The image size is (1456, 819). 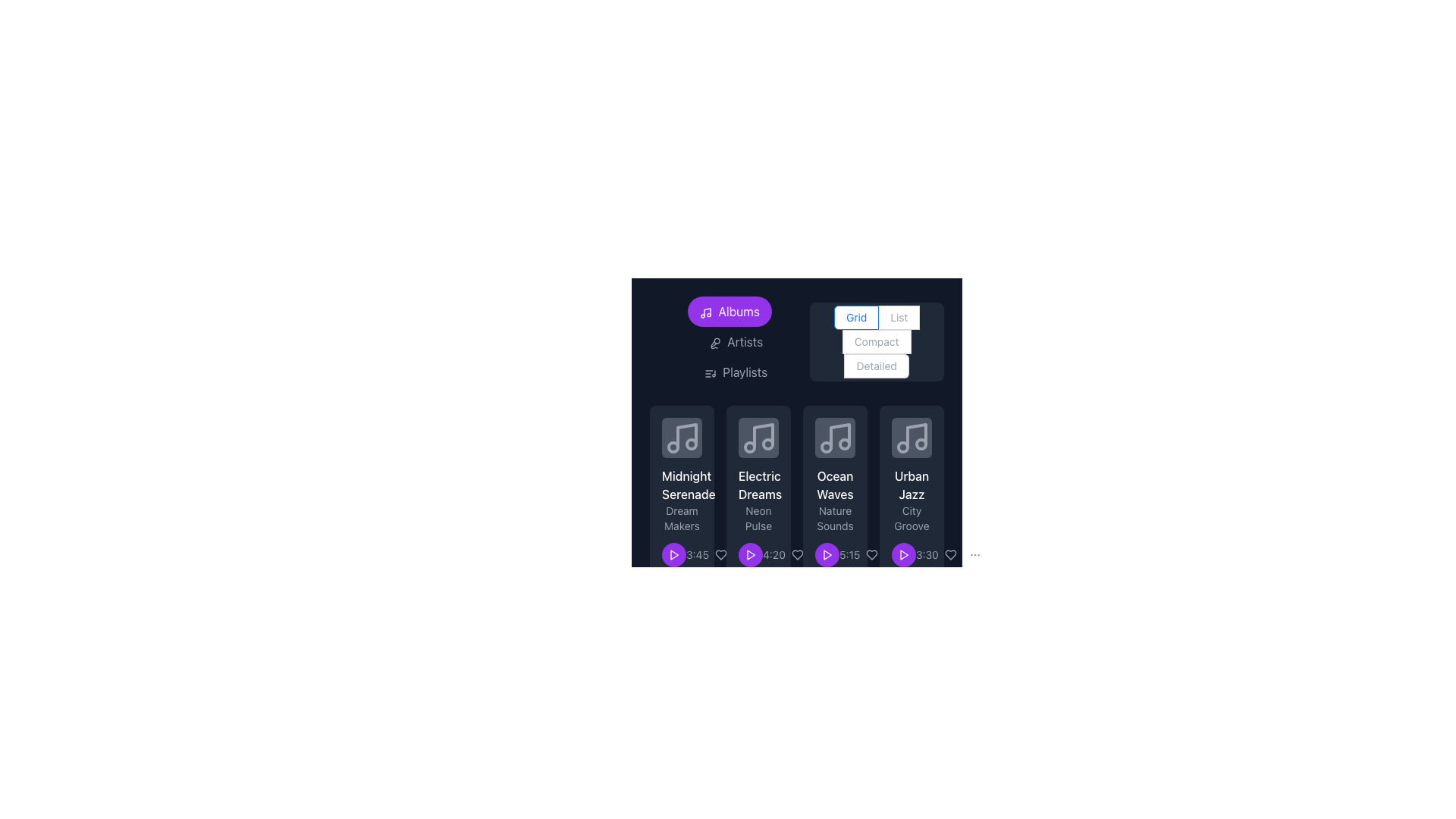 I want to click on the navigation button on the Navigation and arrangement control bar, so click(x=796, y=342).